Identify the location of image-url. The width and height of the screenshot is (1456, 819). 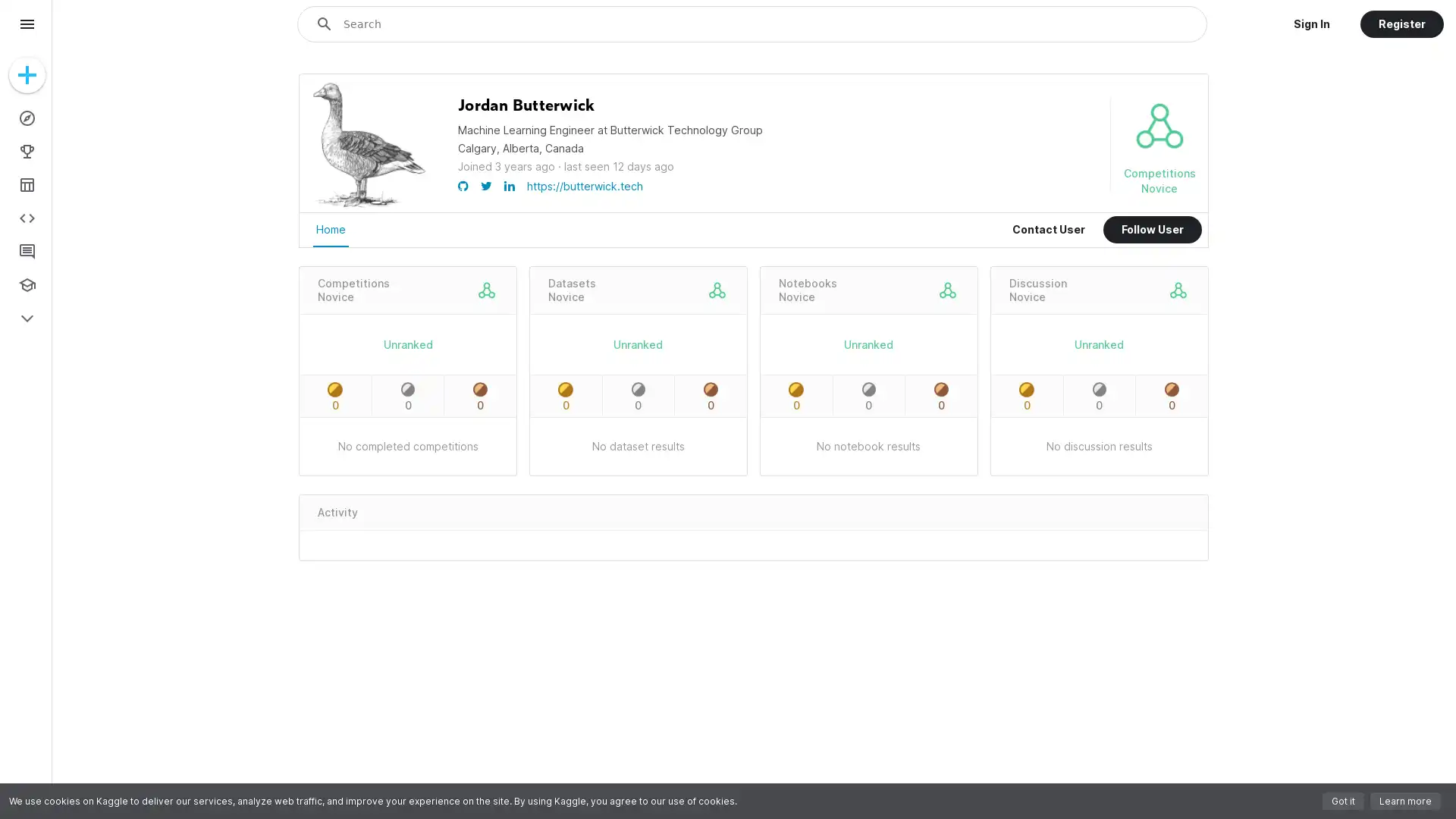
(369, 206).